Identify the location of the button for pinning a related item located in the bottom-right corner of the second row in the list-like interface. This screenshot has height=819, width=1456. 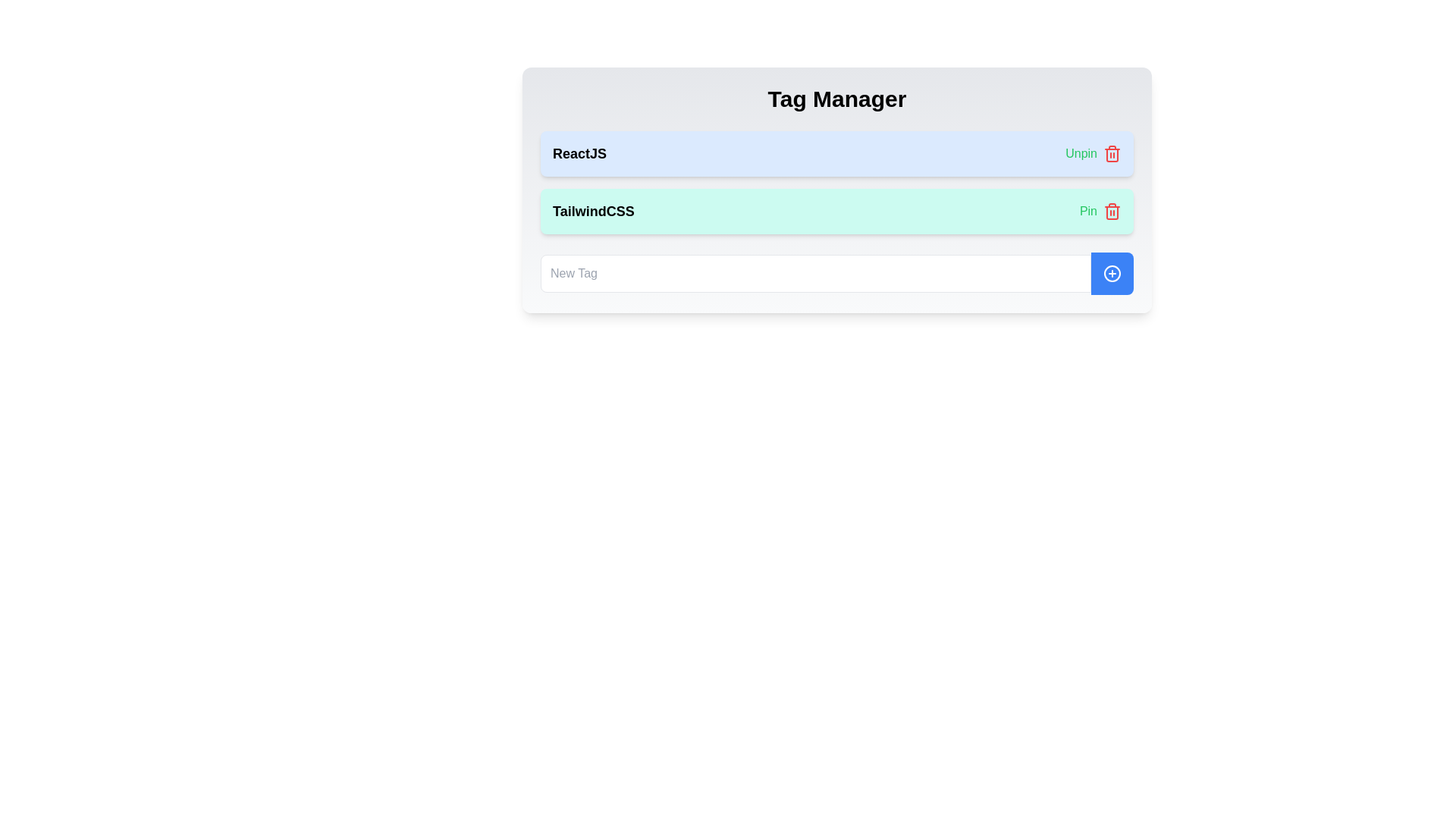
(1087, 211).